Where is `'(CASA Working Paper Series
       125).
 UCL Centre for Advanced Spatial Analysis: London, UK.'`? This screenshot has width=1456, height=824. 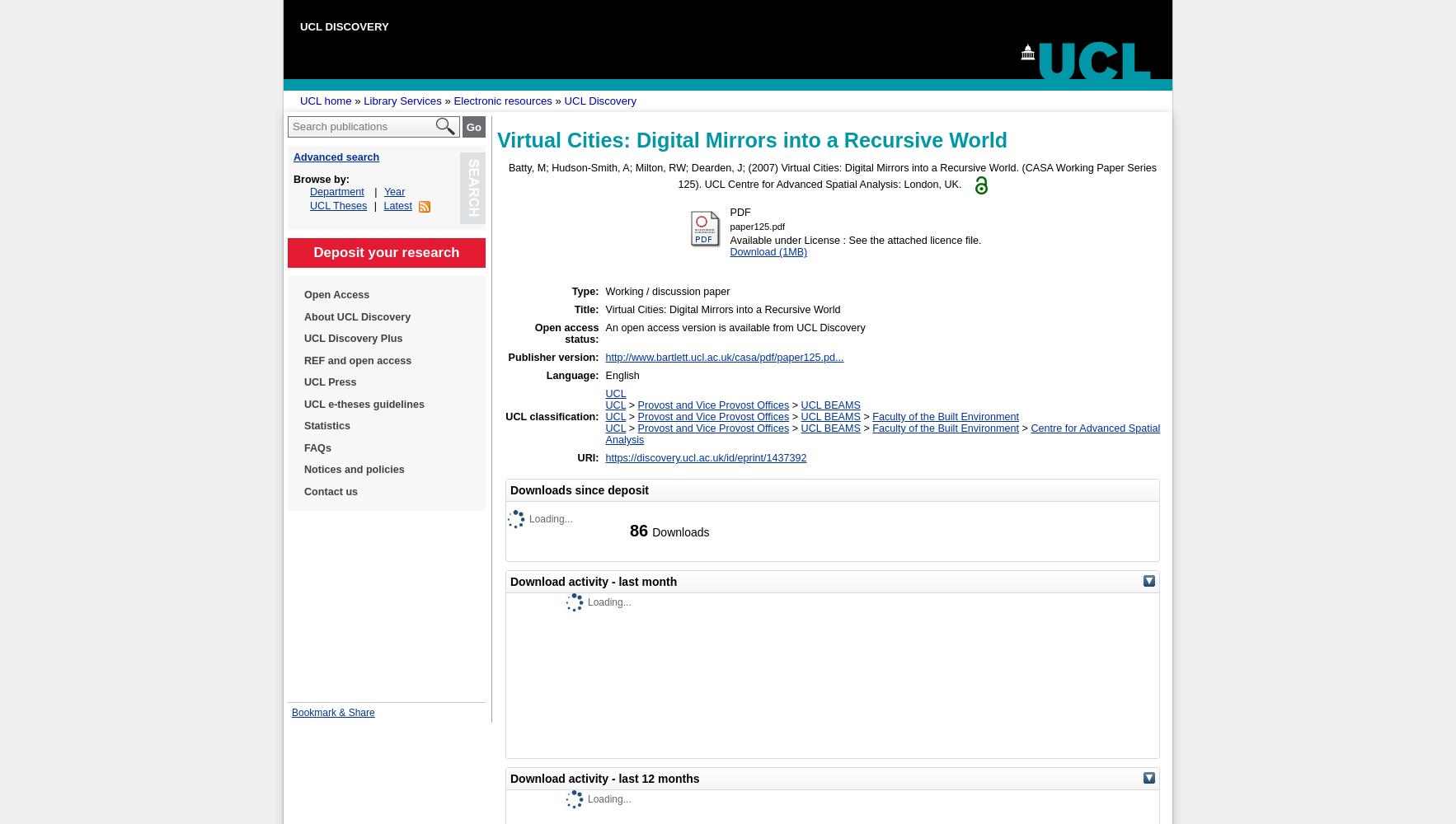 '(CASA Working Paper Series
       125).
 UCL Centre for Advanced Spatial Analysis: London, UK.' is located at coordinates (678, 176).